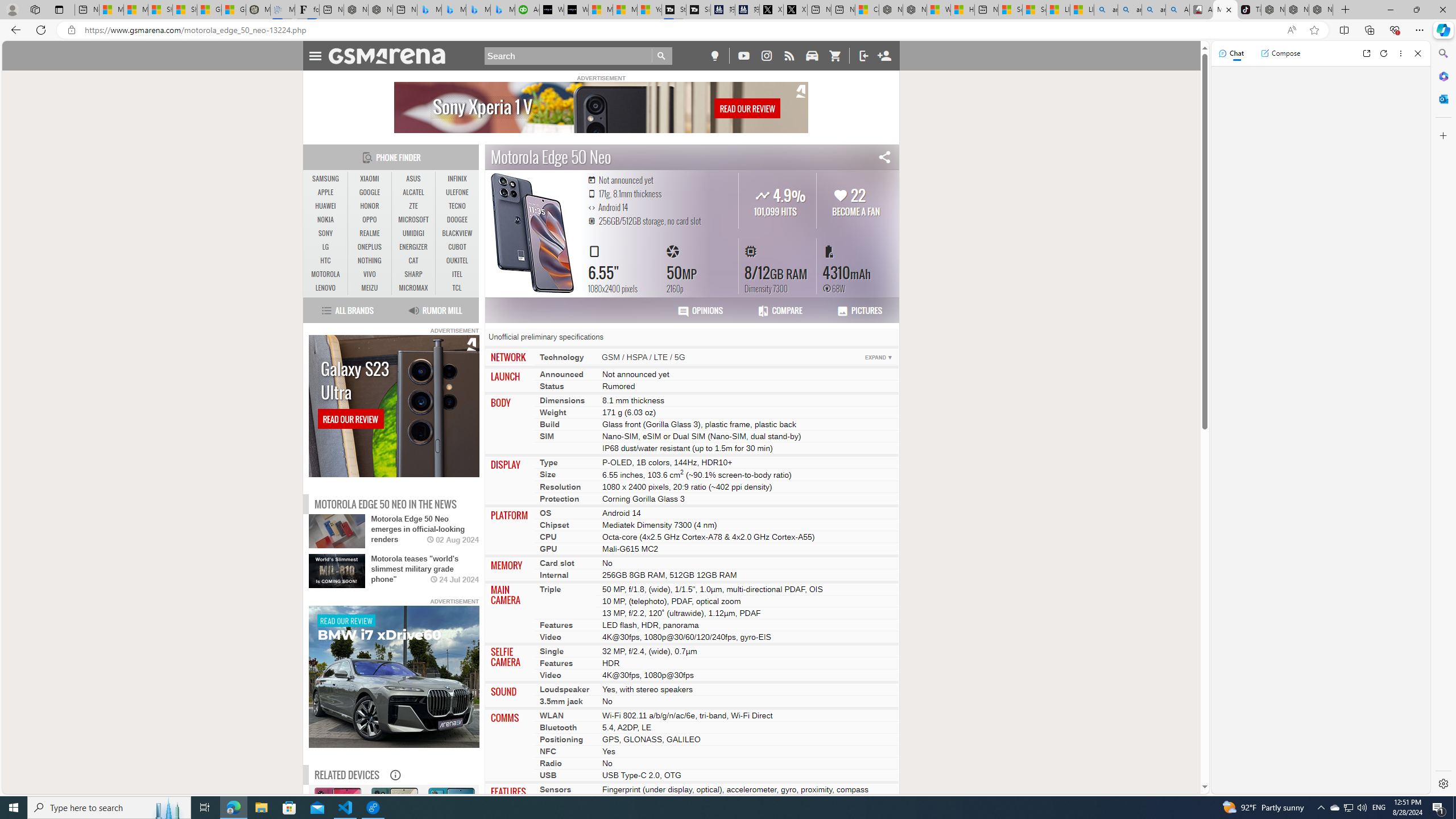  What do you see at coordinates (1321, 9) in the screenshot?
I see `'Nordace - Siena Pro 15 Essential Set'` at bounding box center [1321, 9].